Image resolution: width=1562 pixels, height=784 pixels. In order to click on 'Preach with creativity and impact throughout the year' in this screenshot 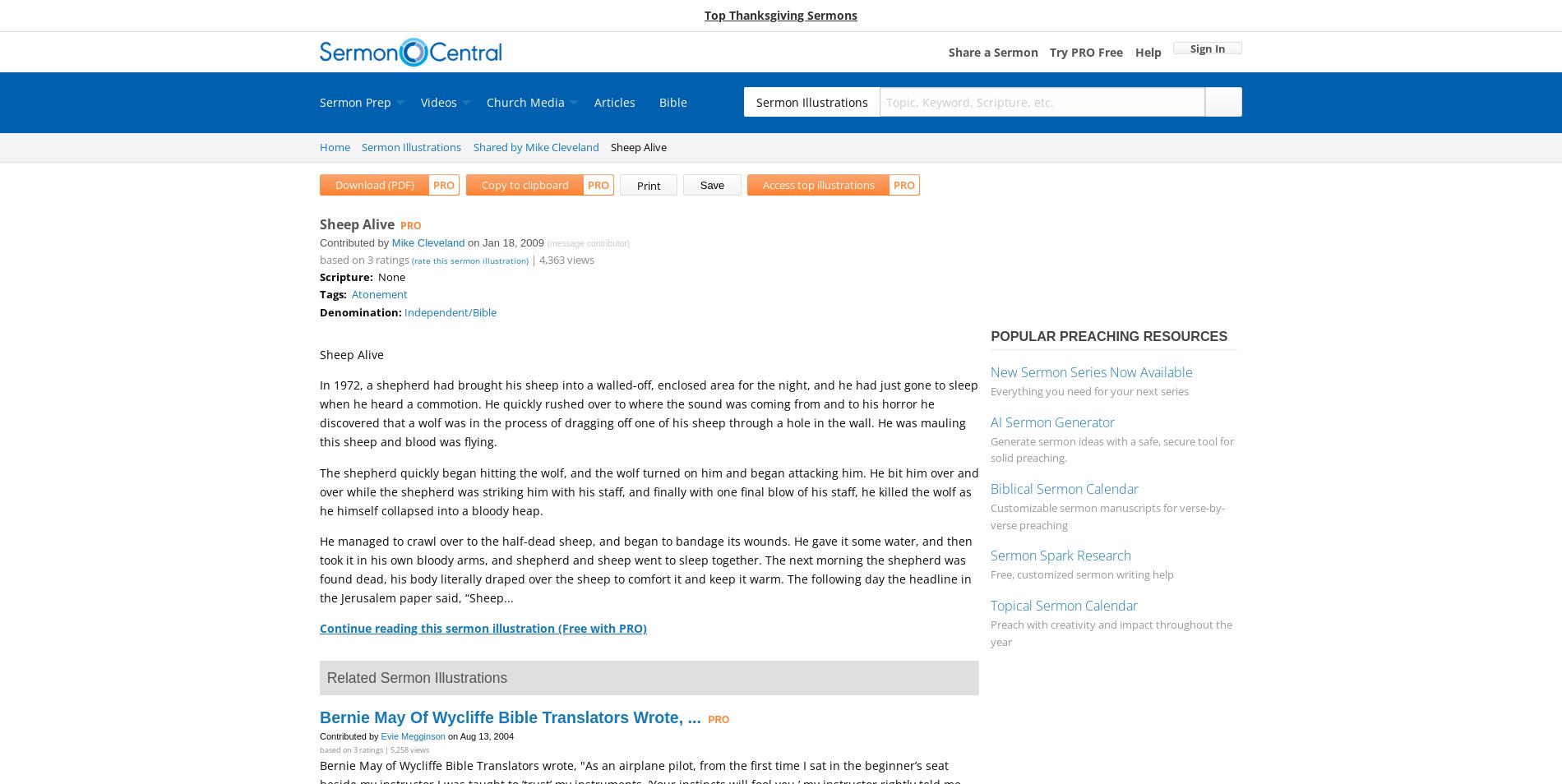, I will do `click(1111, 632)`.